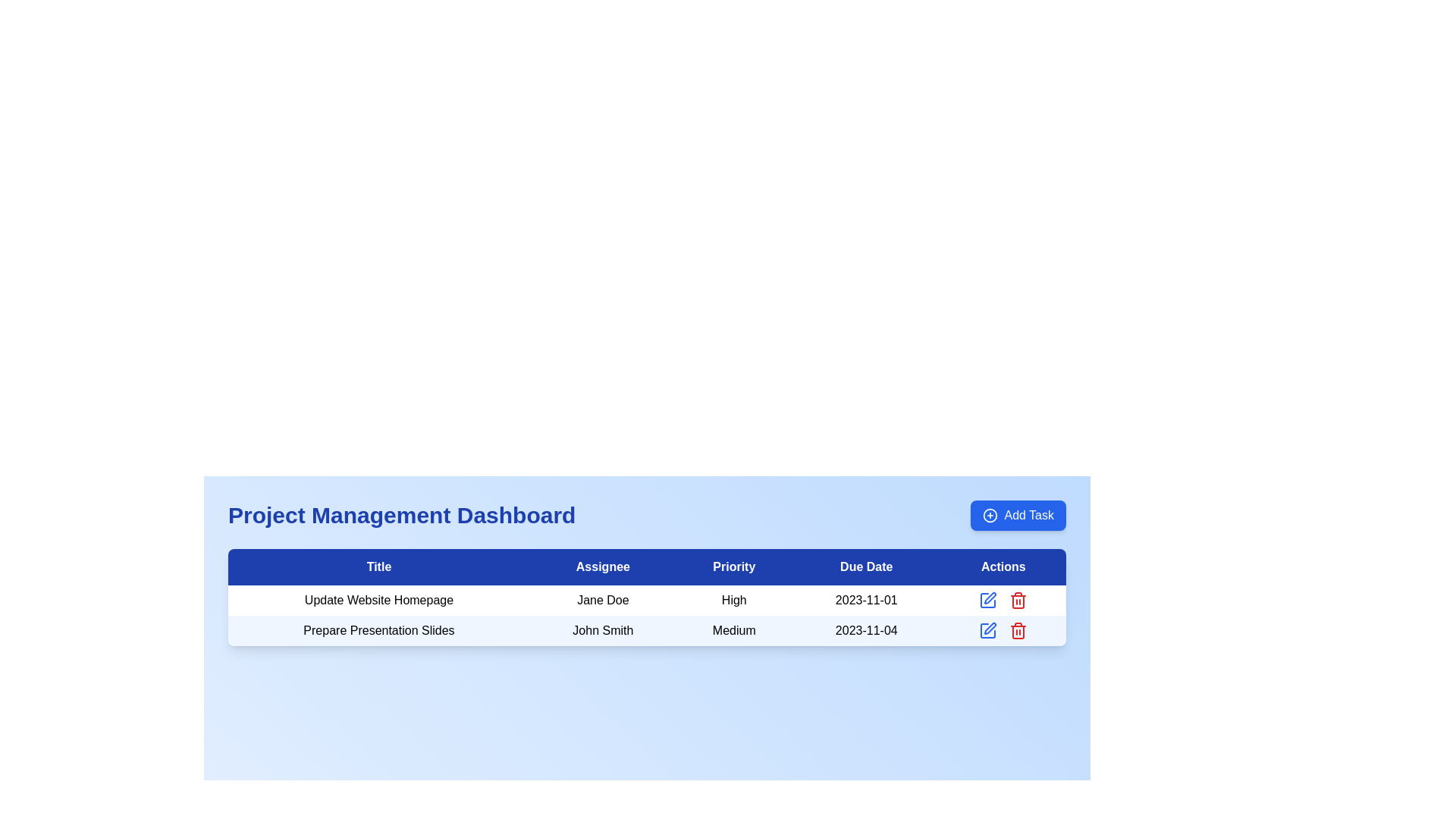 The width and height of the screenshot is (1456, 819). Describe the element at coordinates (866, 599) in the screenshot. I see `the text label displaying the date '2023-11-01' located in the fourth column of the first row under the header 'Due Date'` at that location.